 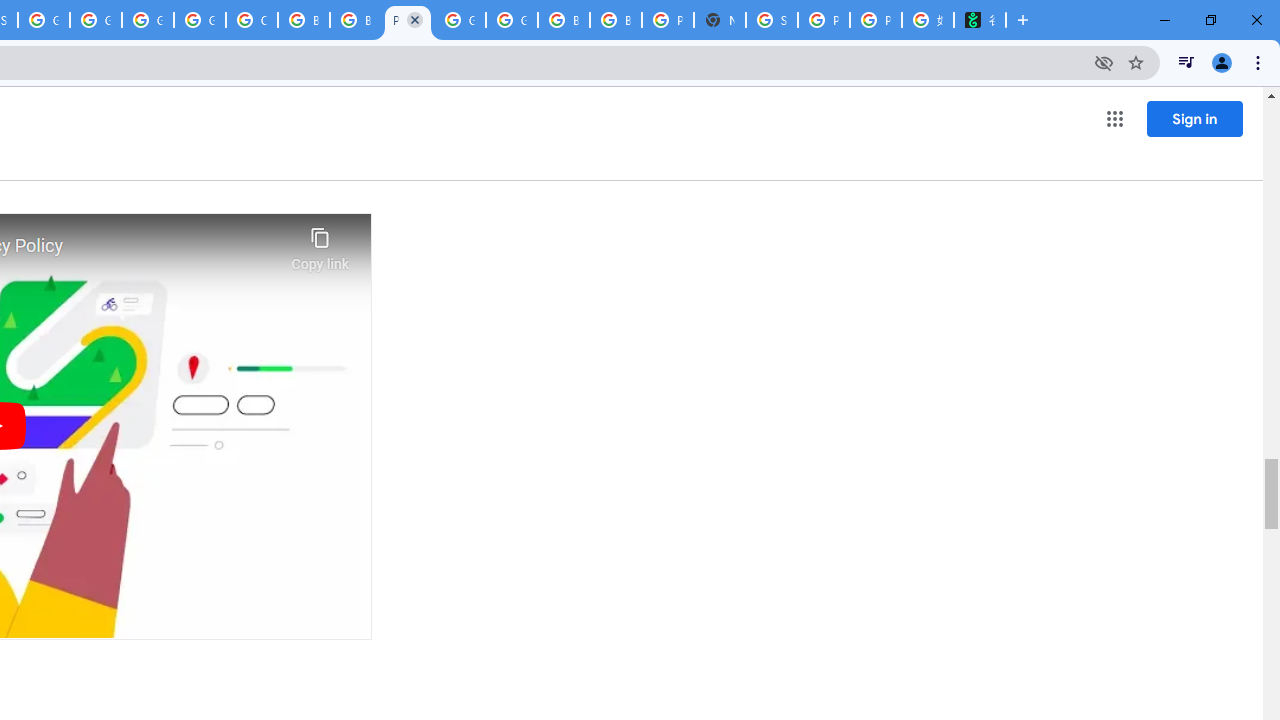 What do you see at coordinates (320, 243) in the screenshot?
I see `'Copy link'` at bounding box center [320, 243].